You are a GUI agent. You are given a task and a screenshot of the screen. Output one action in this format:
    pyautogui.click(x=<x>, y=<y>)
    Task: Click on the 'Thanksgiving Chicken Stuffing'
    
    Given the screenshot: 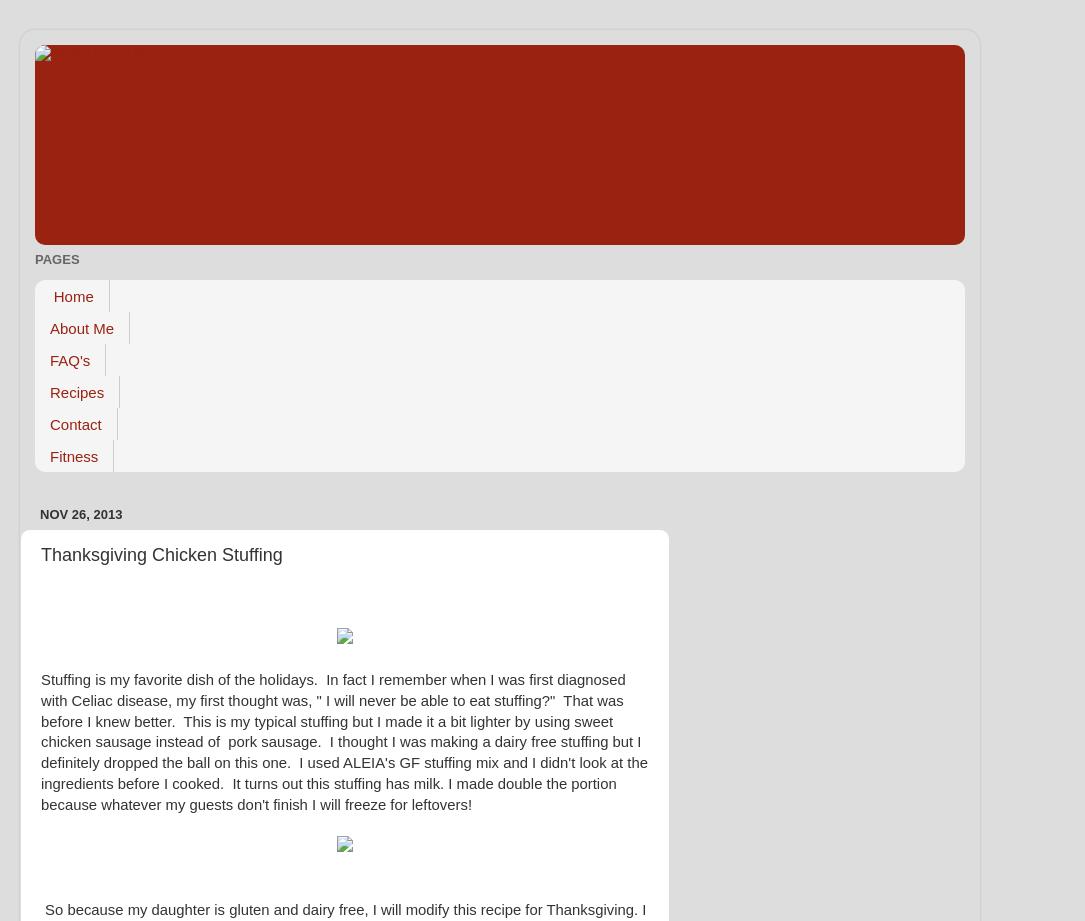 What is the action you would take?
    pyautogui.click(x=161, y=552)
    